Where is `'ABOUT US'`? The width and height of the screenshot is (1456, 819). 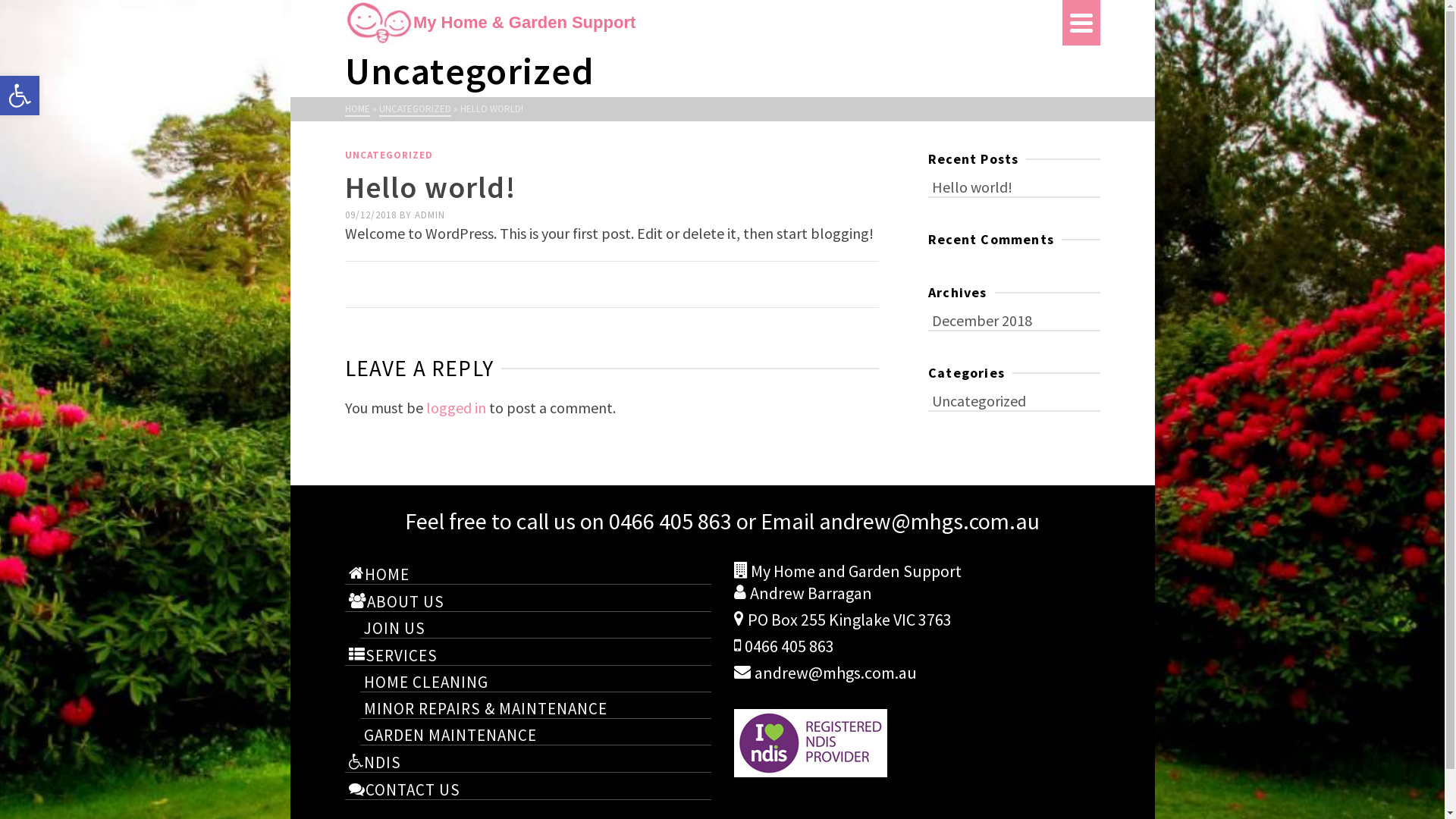 'ABOUT US' is located at coordinates (344, 599).